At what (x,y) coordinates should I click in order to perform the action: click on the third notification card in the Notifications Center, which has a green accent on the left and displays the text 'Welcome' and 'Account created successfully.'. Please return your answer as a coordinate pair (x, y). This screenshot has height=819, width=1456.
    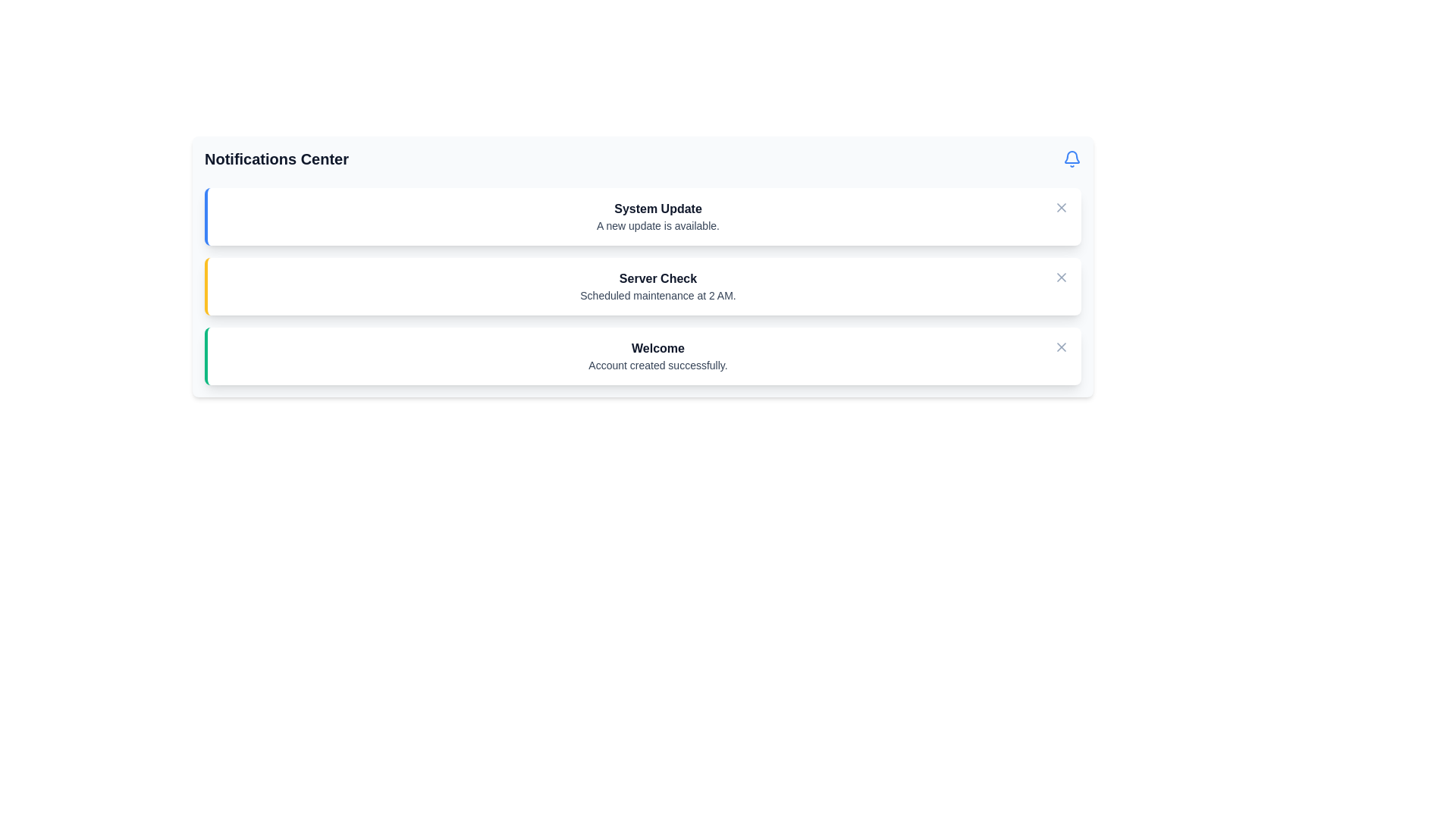
    Looking at the image, I should click on (643, 356).